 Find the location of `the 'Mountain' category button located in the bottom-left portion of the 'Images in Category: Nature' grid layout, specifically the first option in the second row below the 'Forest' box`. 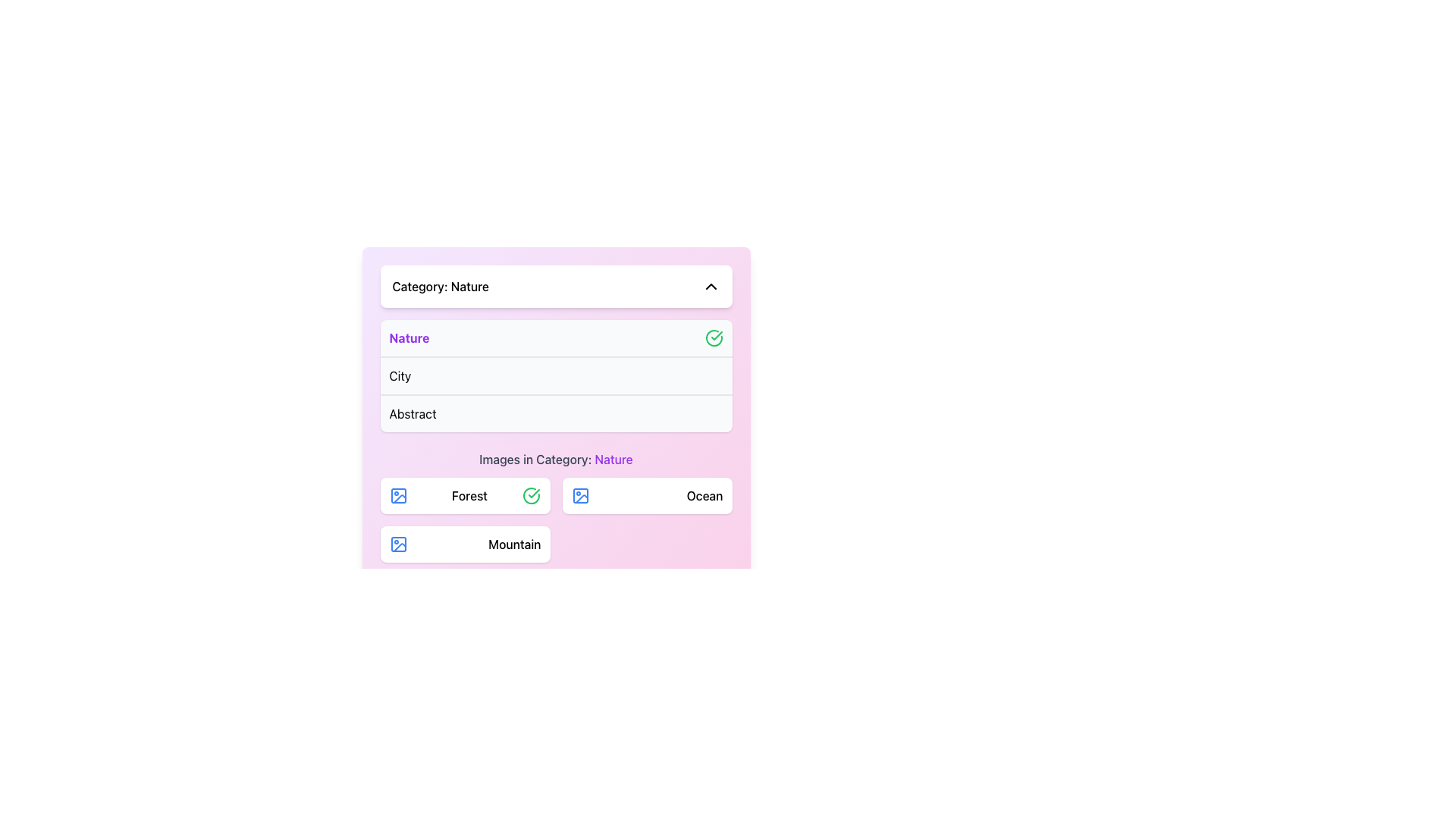

the 'Mountain' category button located in the bottom-left portion of the 'Images in Category: Nature' grid layout, specifically the first option in the second row below the 'Forest' box is located at coordinates (464, 543).